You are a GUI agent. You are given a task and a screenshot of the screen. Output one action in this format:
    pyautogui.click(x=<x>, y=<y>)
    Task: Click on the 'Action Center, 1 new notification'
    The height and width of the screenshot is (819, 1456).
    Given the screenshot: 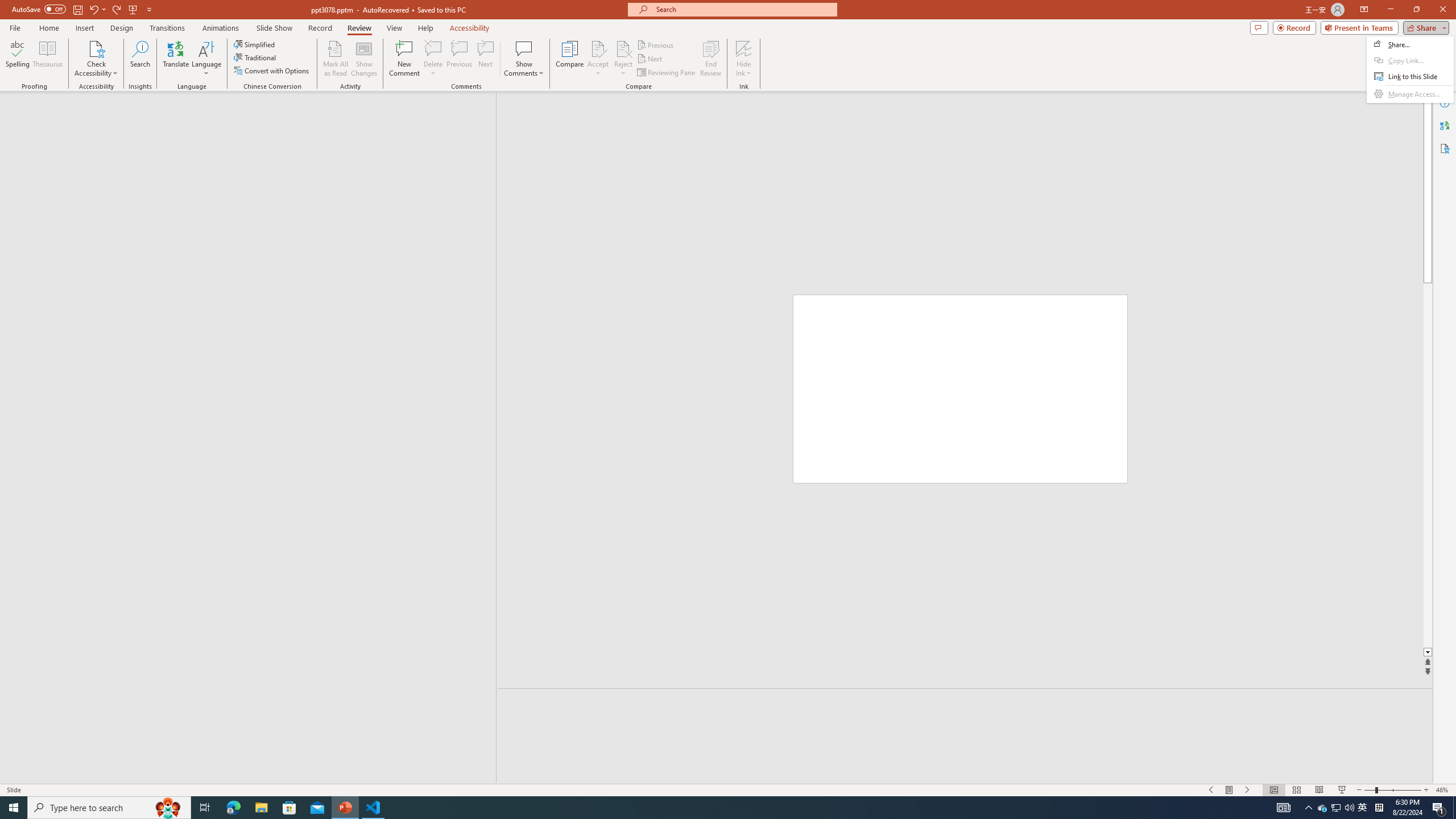 What is the action you would take?
    pyautogui.click(x=1439, y=806)
    